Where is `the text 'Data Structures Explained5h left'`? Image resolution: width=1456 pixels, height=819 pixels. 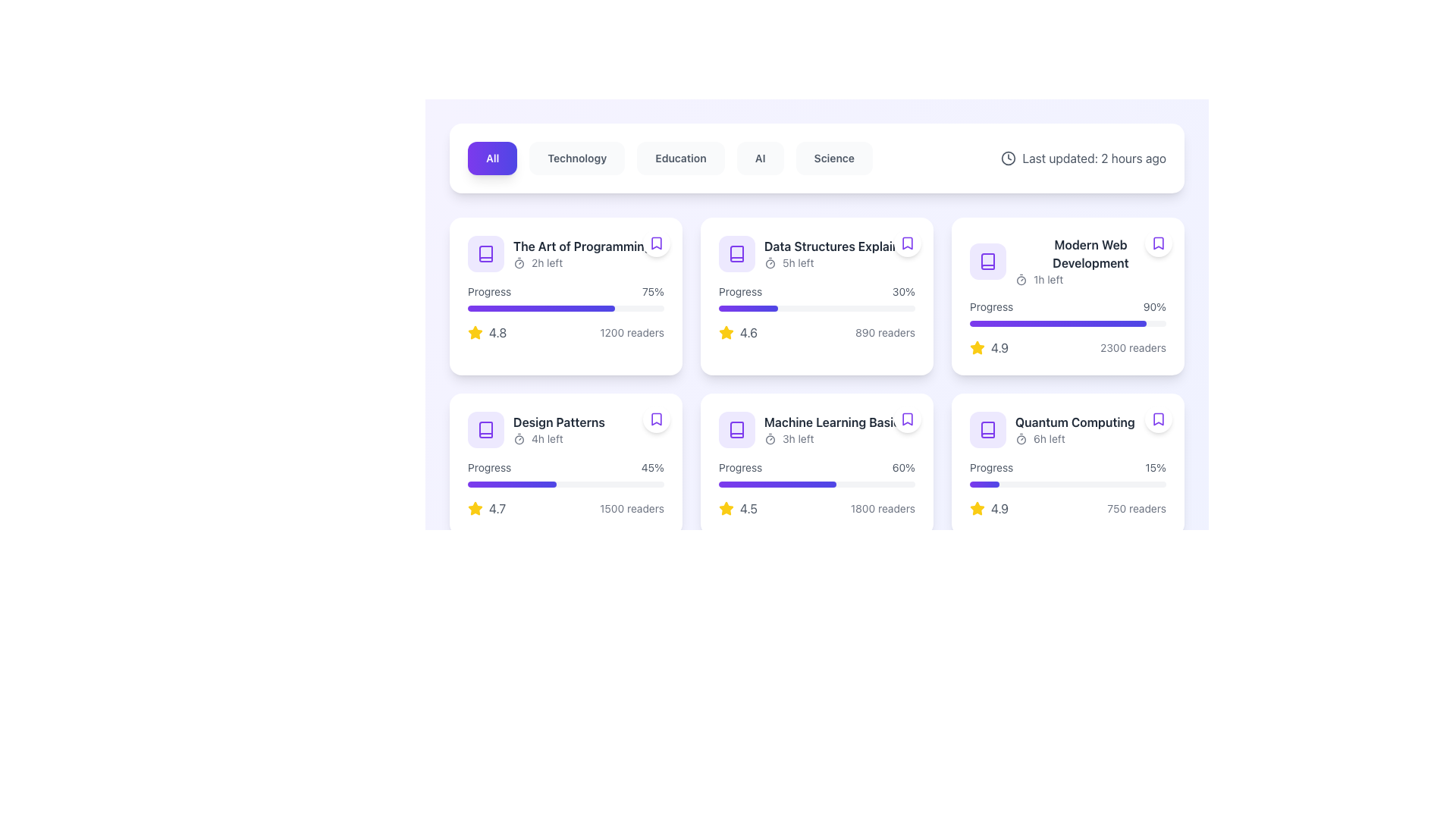
the text 'Data Structures Explained5h left' is located at coordinates (838, 253).